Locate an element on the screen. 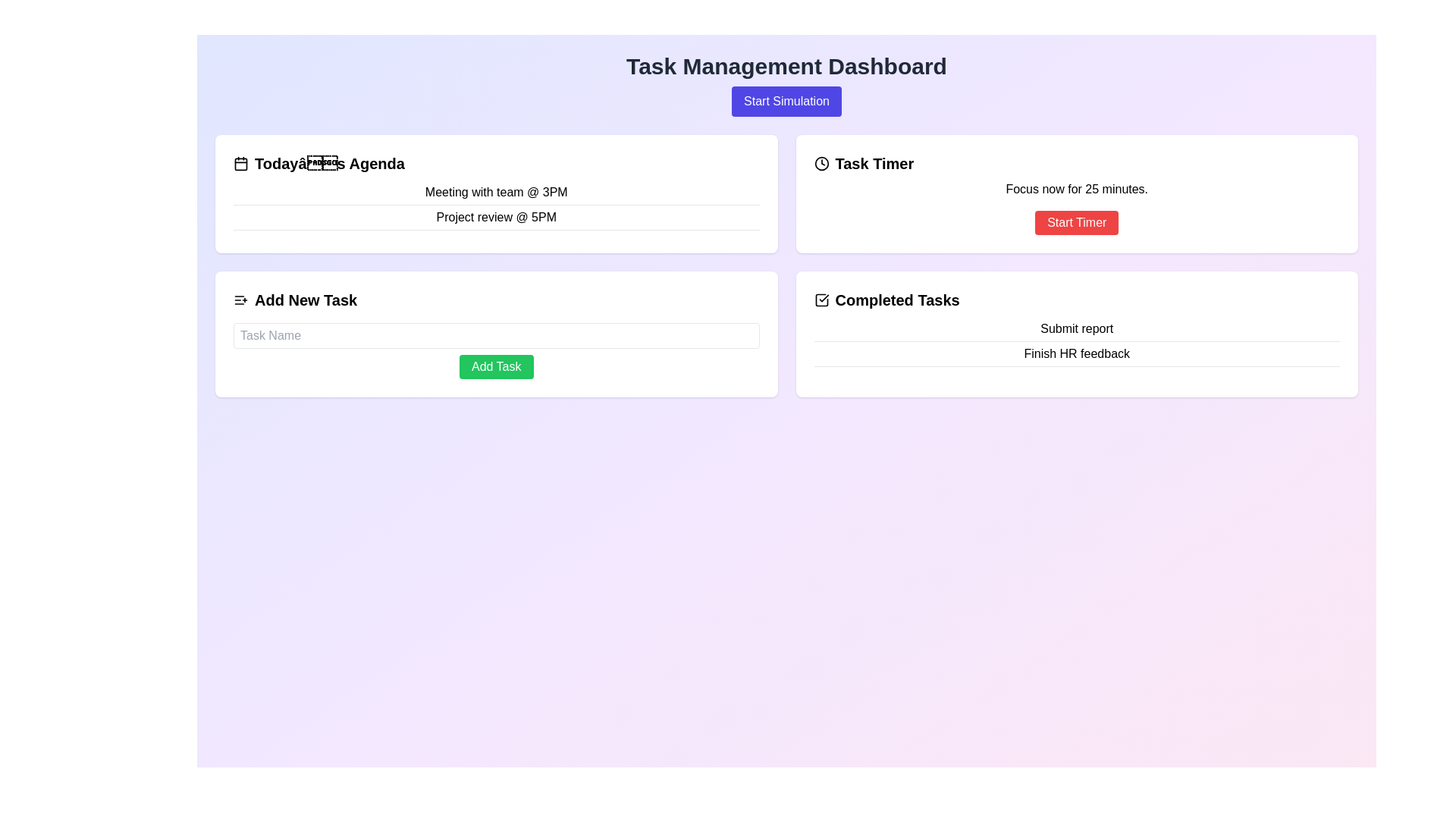 Image resolution: width=1456 pixels, height=819 pixels. title and instructions of the 'Task Timer' component, which includes a 'Start Timer' button for activating the timer is located at coordinates (1076, 193).